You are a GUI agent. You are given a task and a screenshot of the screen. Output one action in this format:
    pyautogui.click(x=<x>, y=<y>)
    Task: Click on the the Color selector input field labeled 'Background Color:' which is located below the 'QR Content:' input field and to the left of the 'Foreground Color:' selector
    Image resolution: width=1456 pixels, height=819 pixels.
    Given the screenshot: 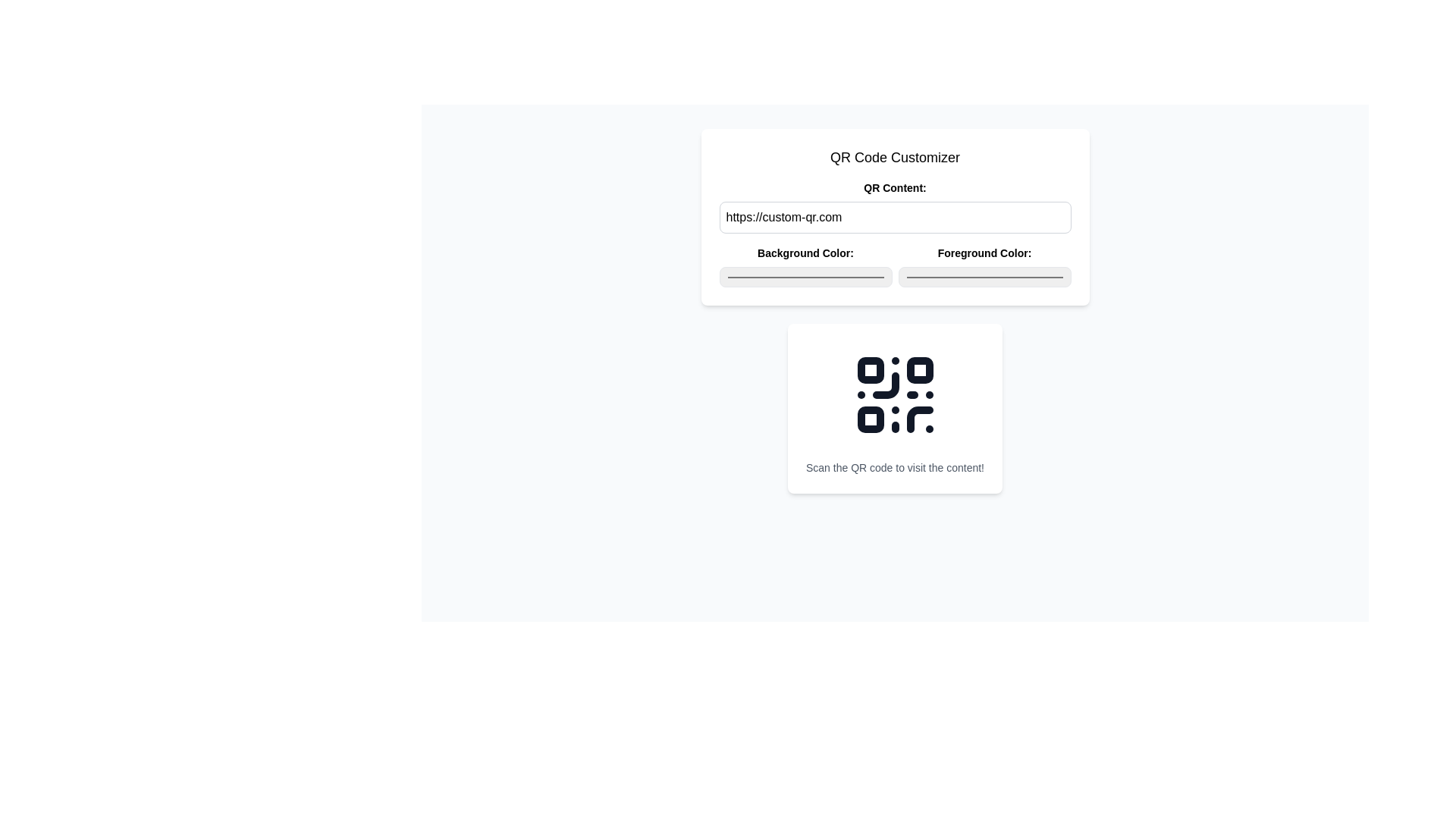 What is the action you would take?
    pyautogui.click(x=805, y=265)
    